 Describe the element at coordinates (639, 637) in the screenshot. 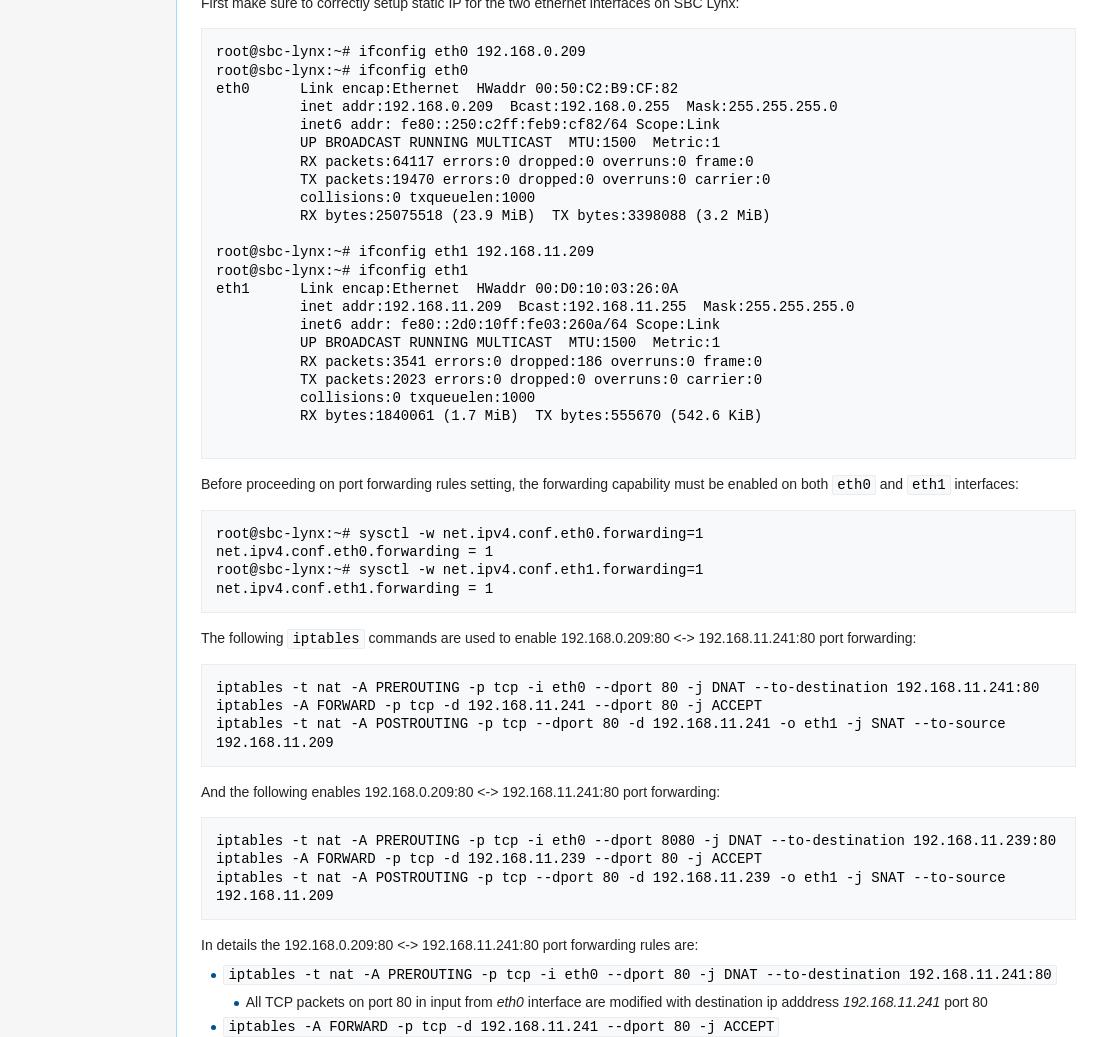

I see `'commands are used to enable 192.168.0.209:80 <-> 192.168.11.241:80 port forwarding:'` at that location.